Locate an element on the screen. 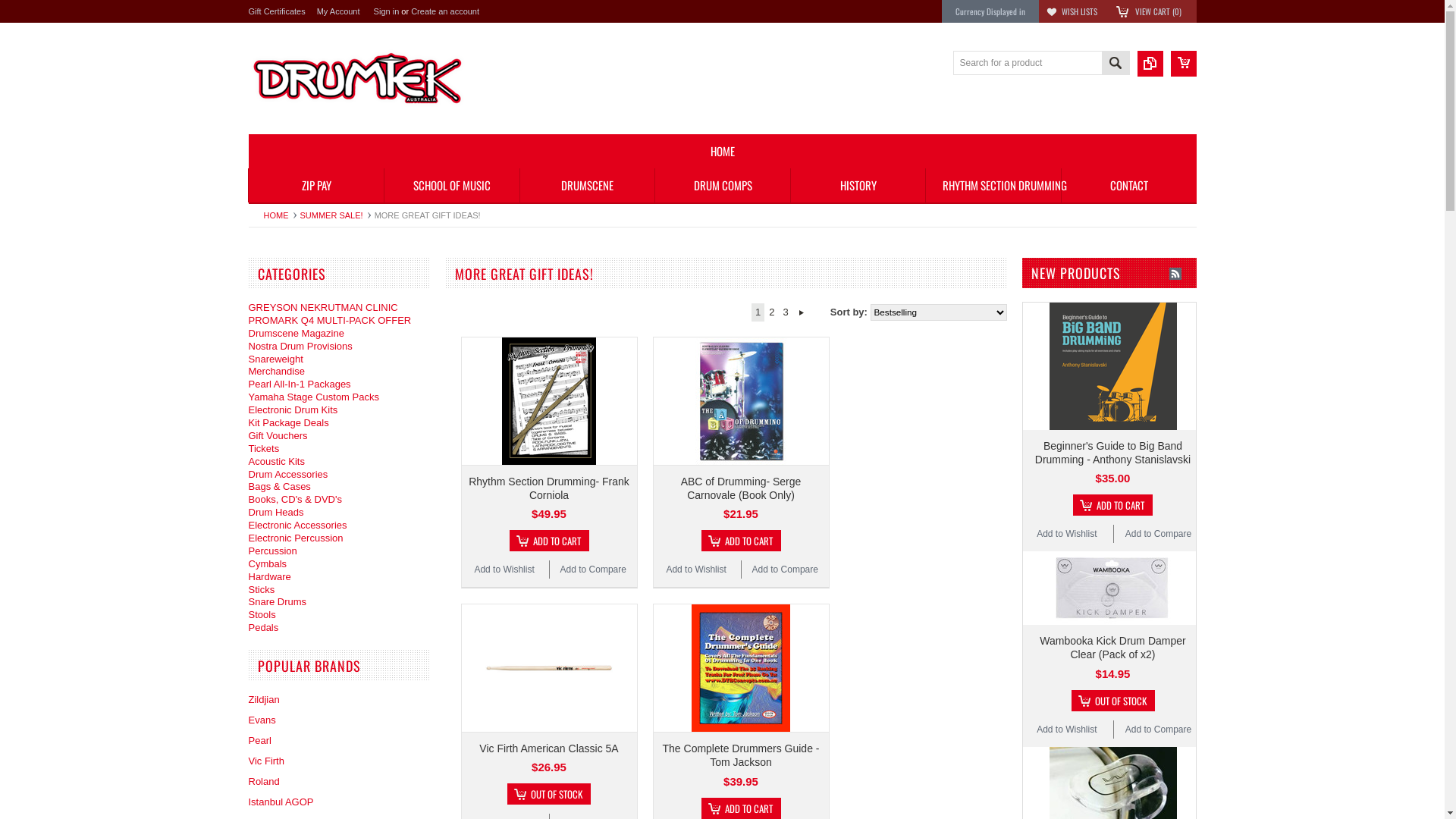 This screenshot has height=819, width=1456. '3' is located at coordinates (786, 312).